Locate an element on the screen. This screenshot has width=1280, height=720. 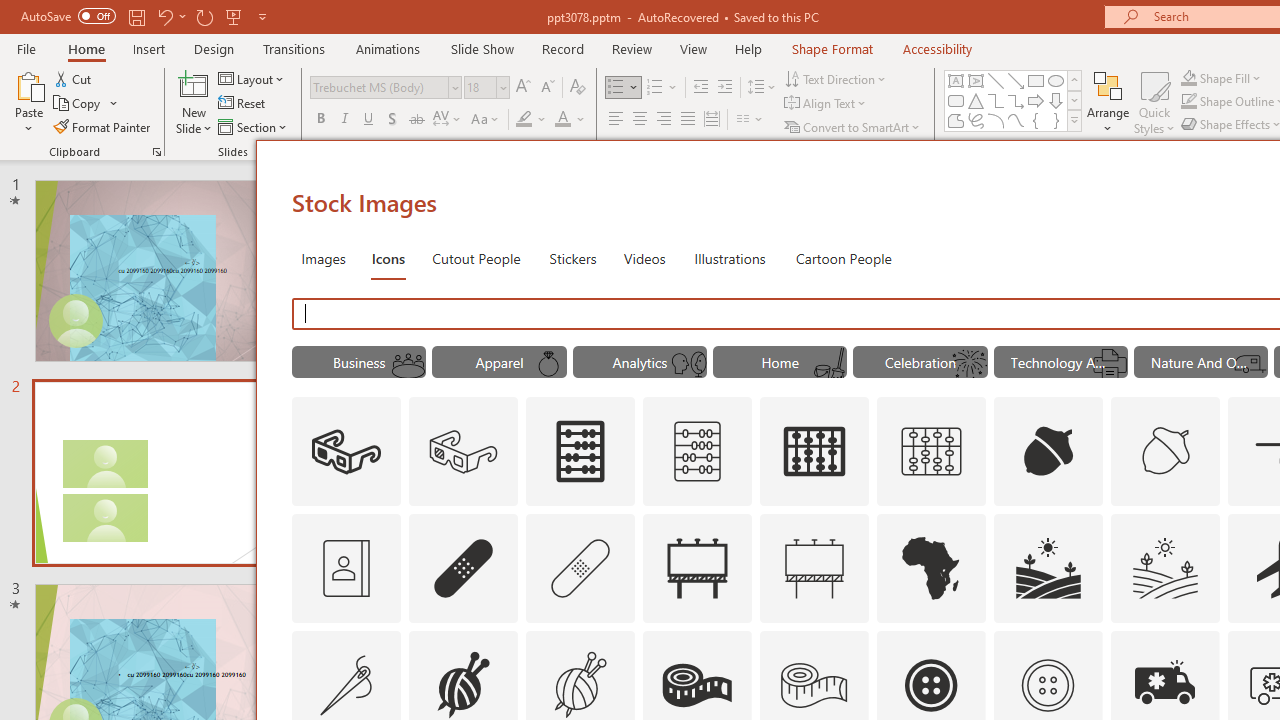
'Font Color Red' is located at coordinates (561, 119).